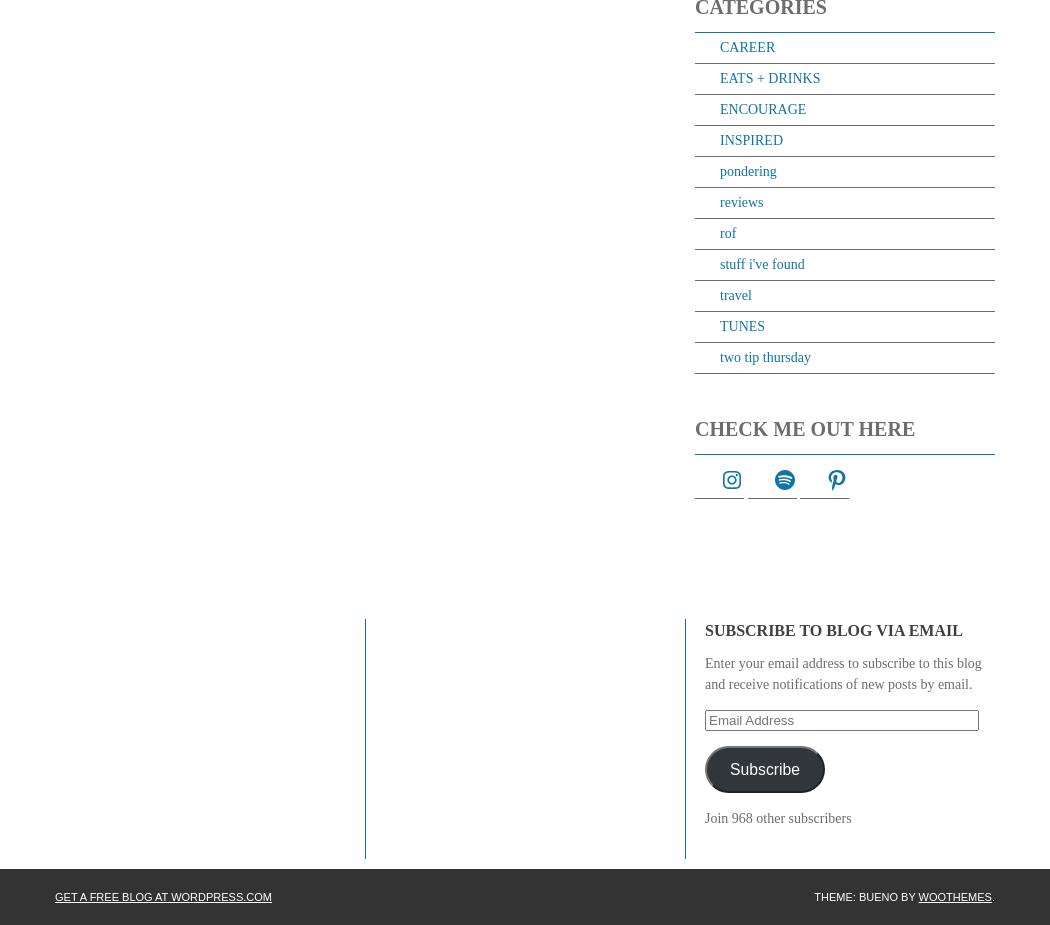  What do you see at coordinates (726, 232) in the screenshot?
I see `'rof'` at bounding box center [726, 232].